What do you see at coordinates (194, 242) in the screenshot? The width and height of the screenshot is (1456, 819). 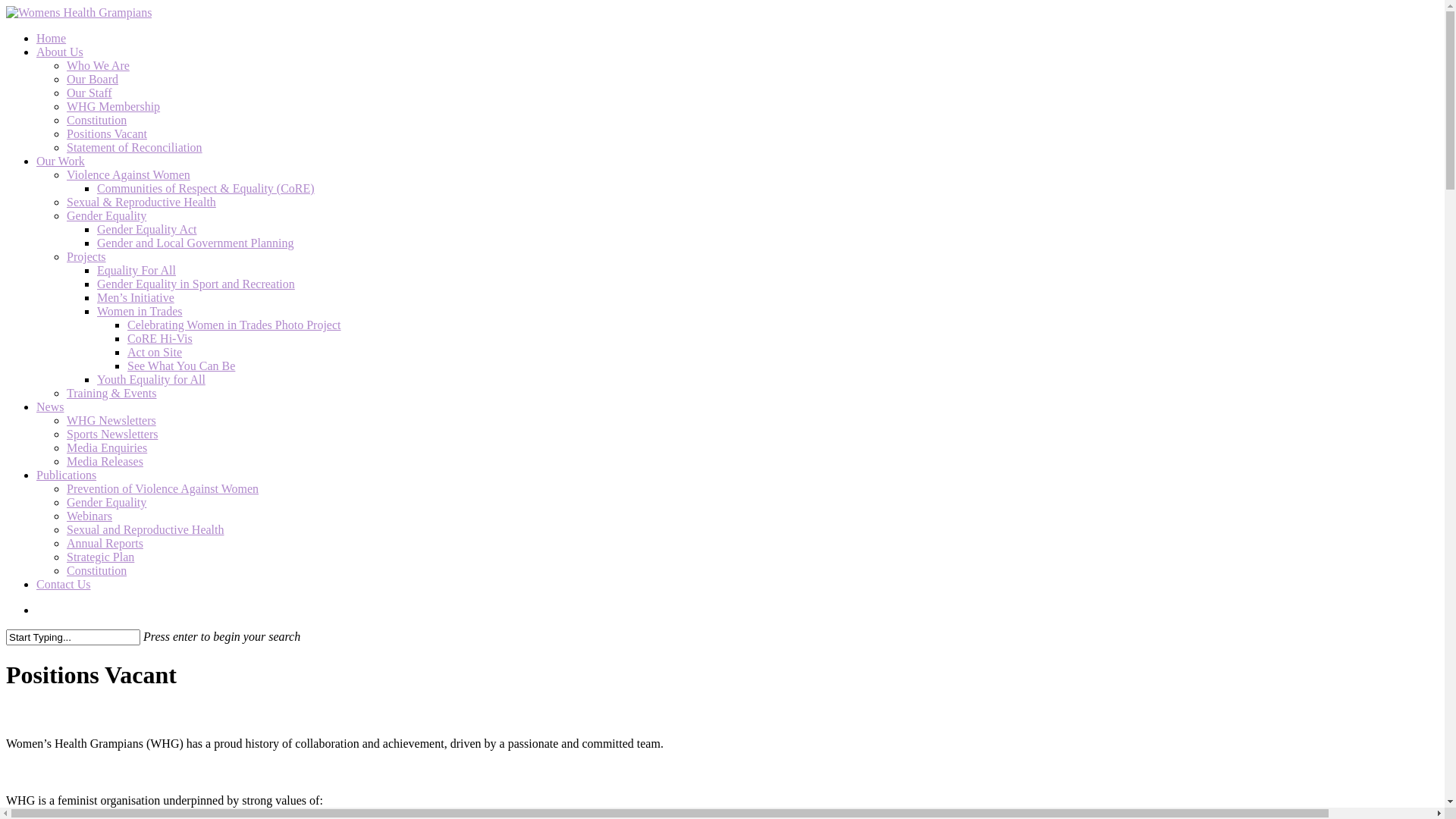 I see `'Gender and Local Government Planning'` at bounding box center [194, 242].